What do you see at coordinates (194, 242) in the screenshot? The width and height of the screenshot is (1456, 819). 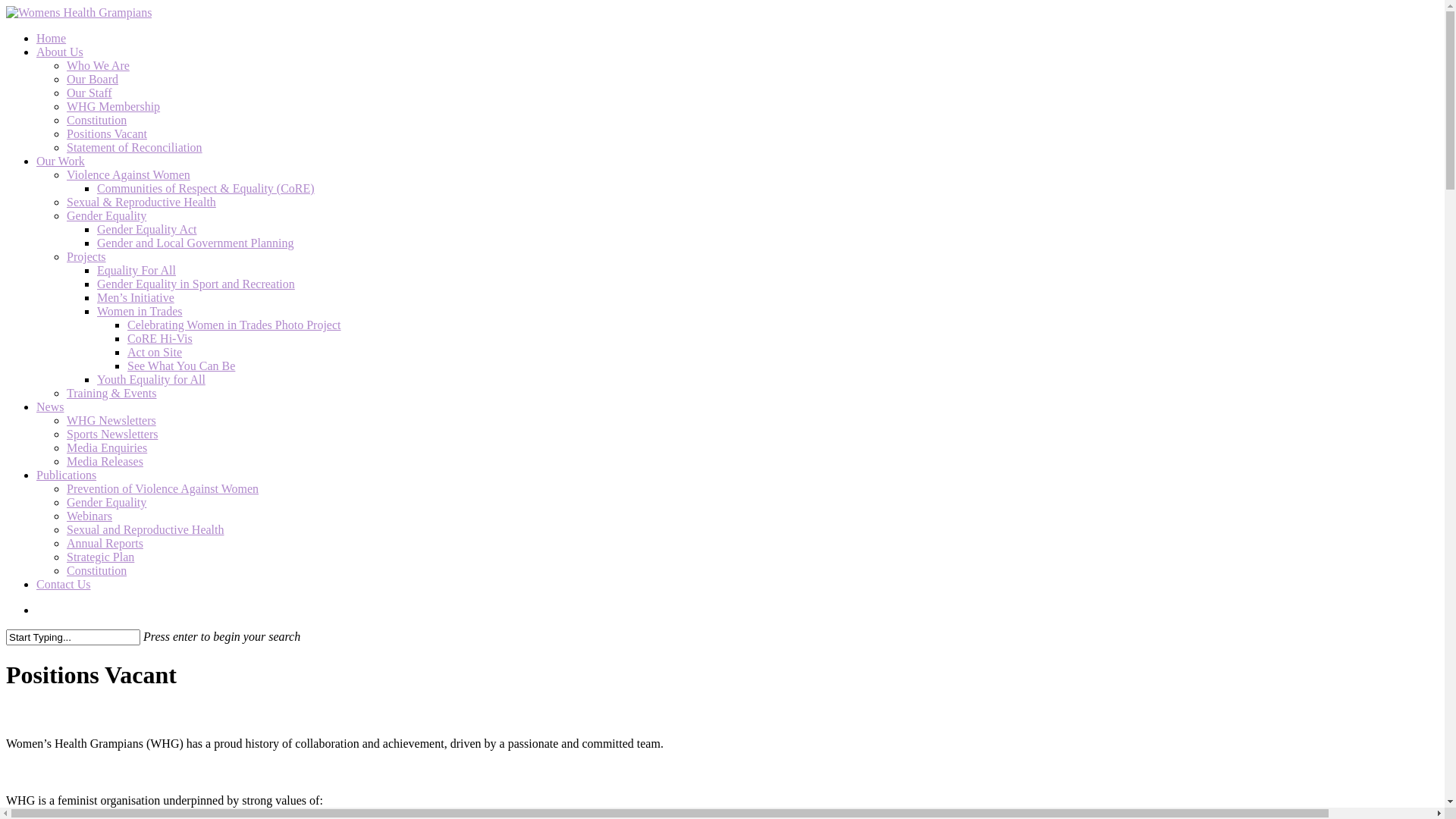 I see `'Gender and Local Government Planning'` at bounding box center [194, 242].